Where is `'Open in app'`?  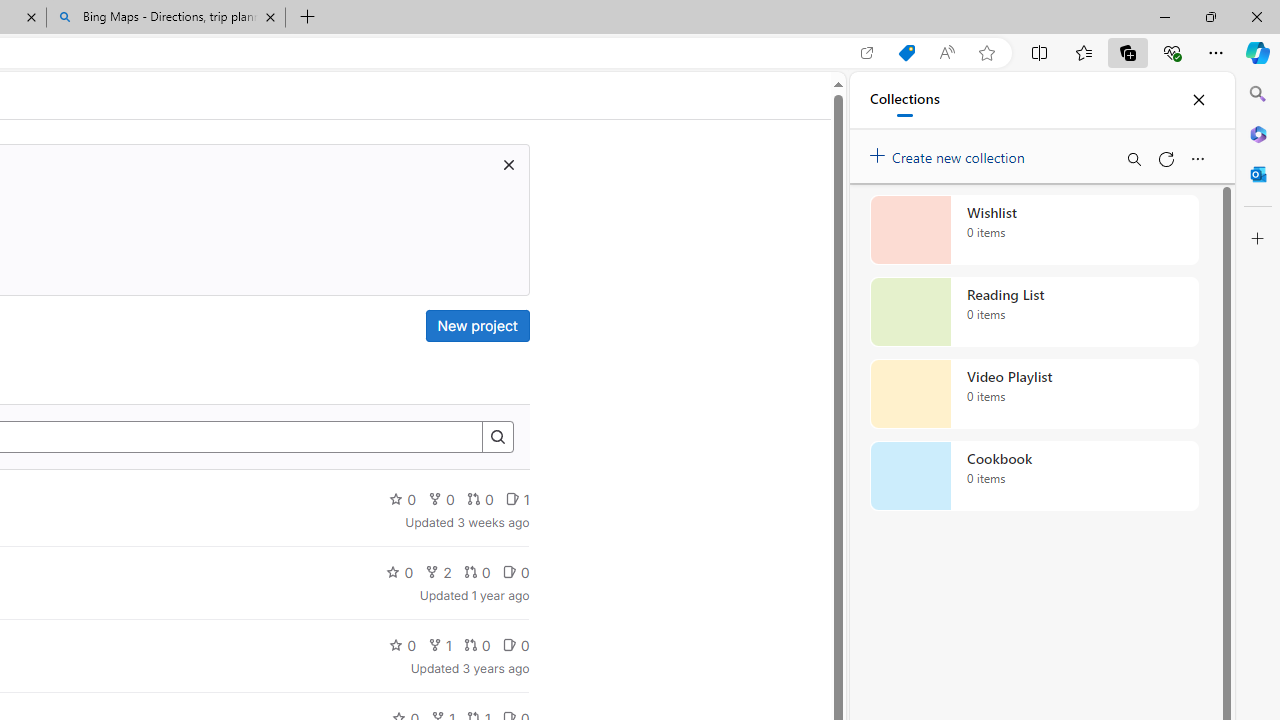 'Open in app' is located at coordinates (867, 52).